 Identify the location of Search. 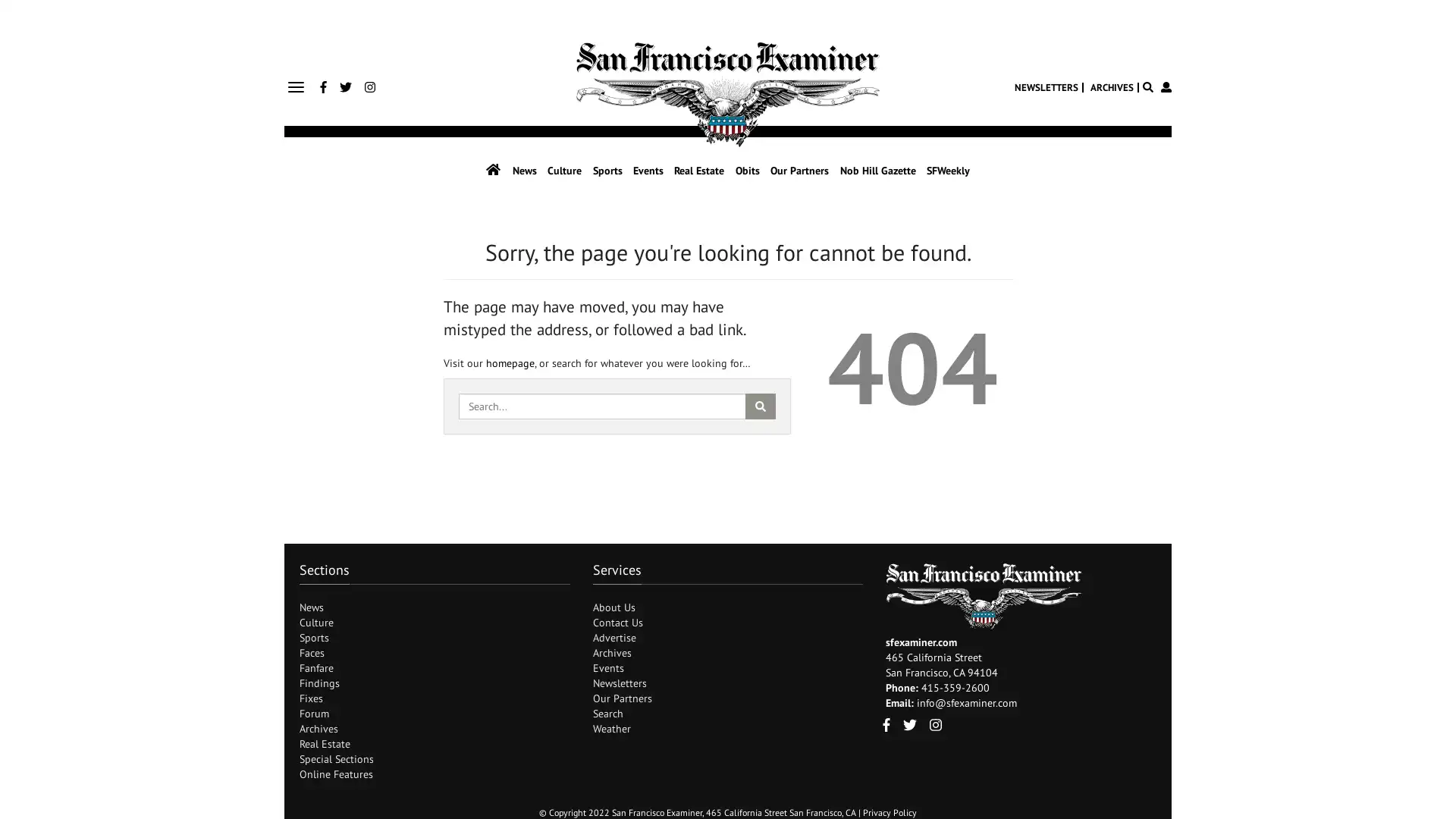
(760, 405).